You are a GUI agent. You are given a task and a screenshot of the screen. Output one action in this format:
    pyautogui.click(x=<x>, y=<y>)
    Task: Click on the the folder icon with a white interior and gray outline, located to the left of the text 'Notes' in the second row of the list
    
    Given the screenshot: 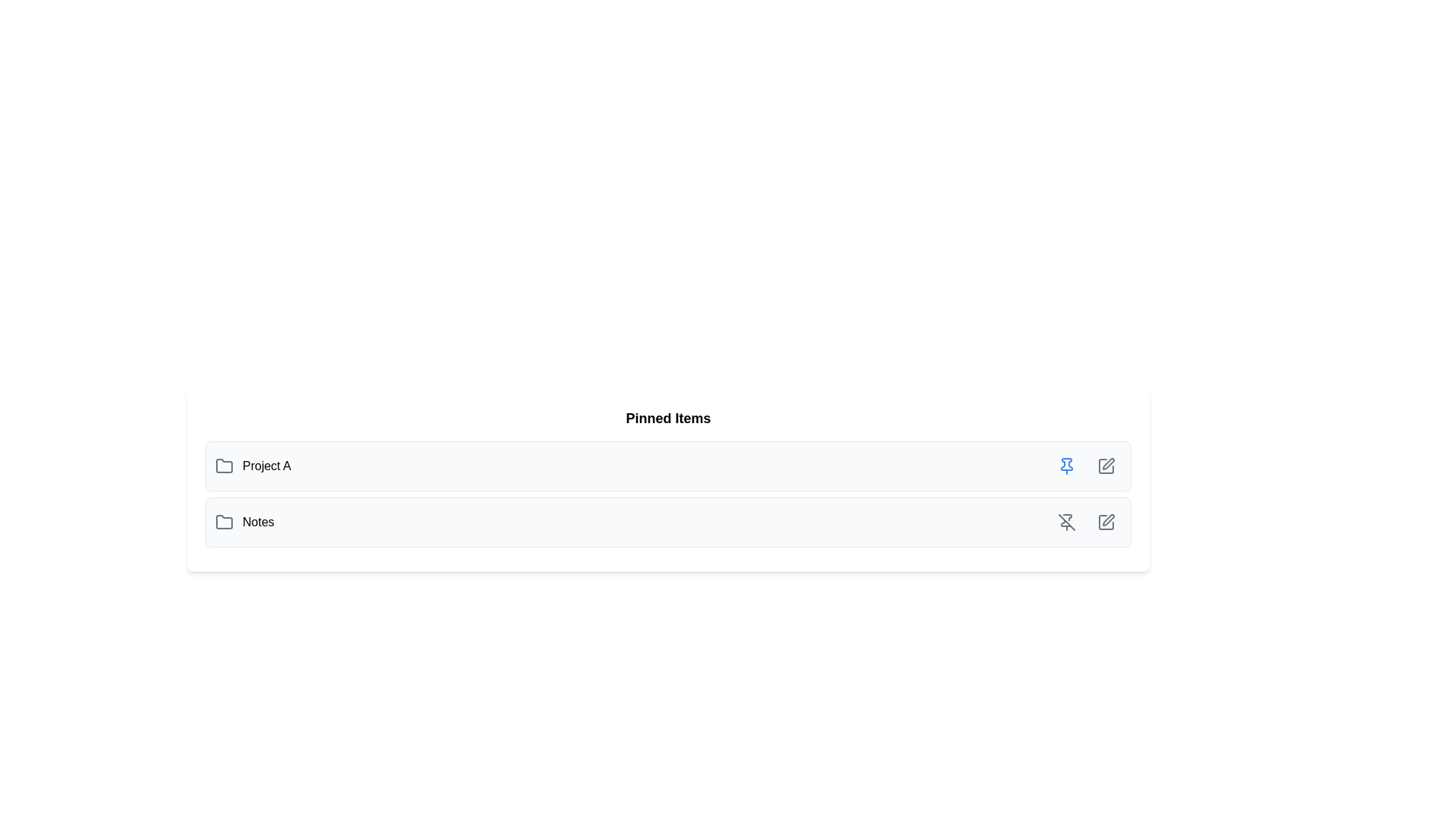 What is the action you would take?
    pyautogui.click(x=224, y=520)
    